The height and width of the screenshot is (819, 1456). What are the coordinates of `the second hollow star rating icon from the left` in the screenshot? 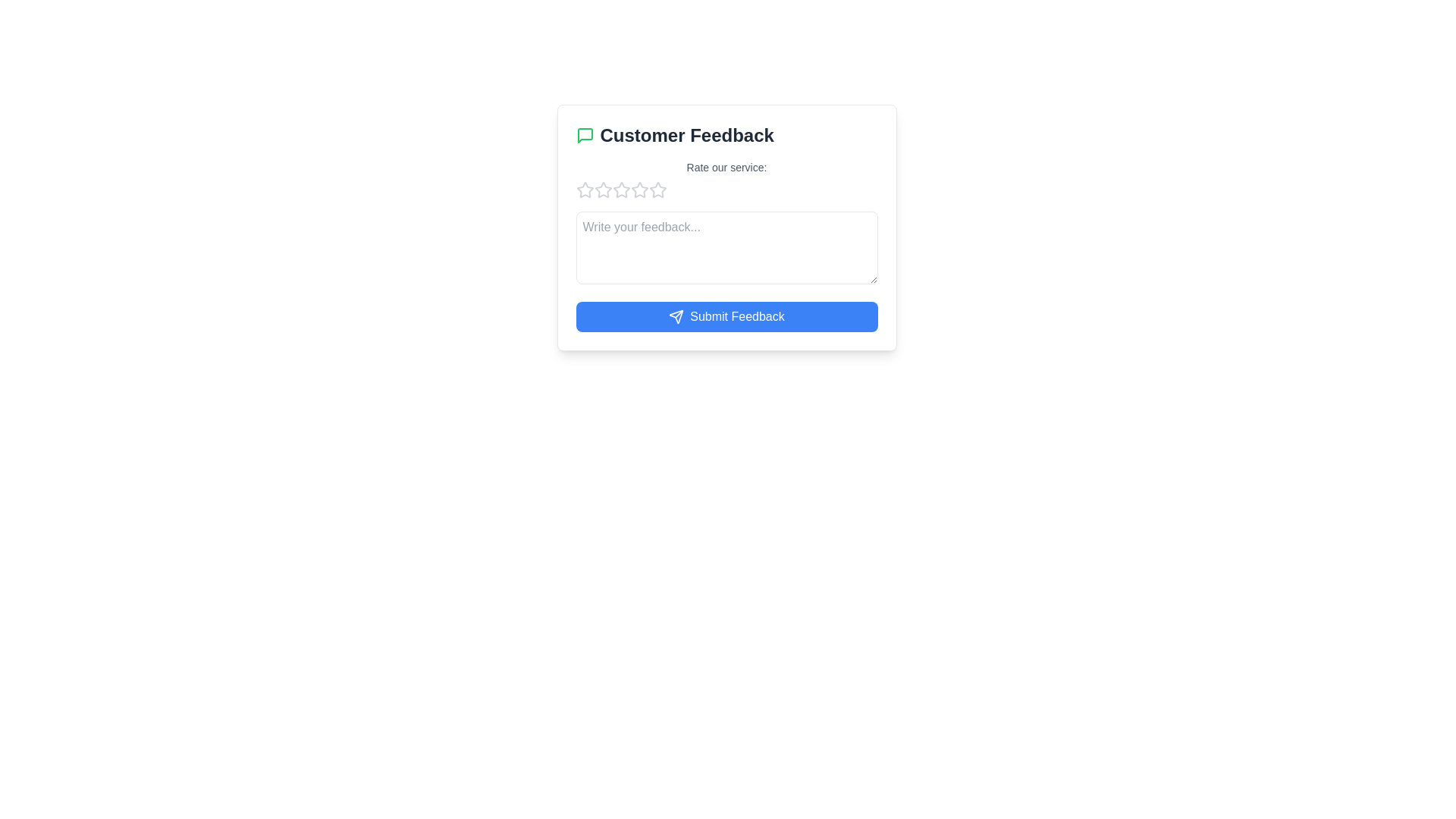 It's located at (657, 189).